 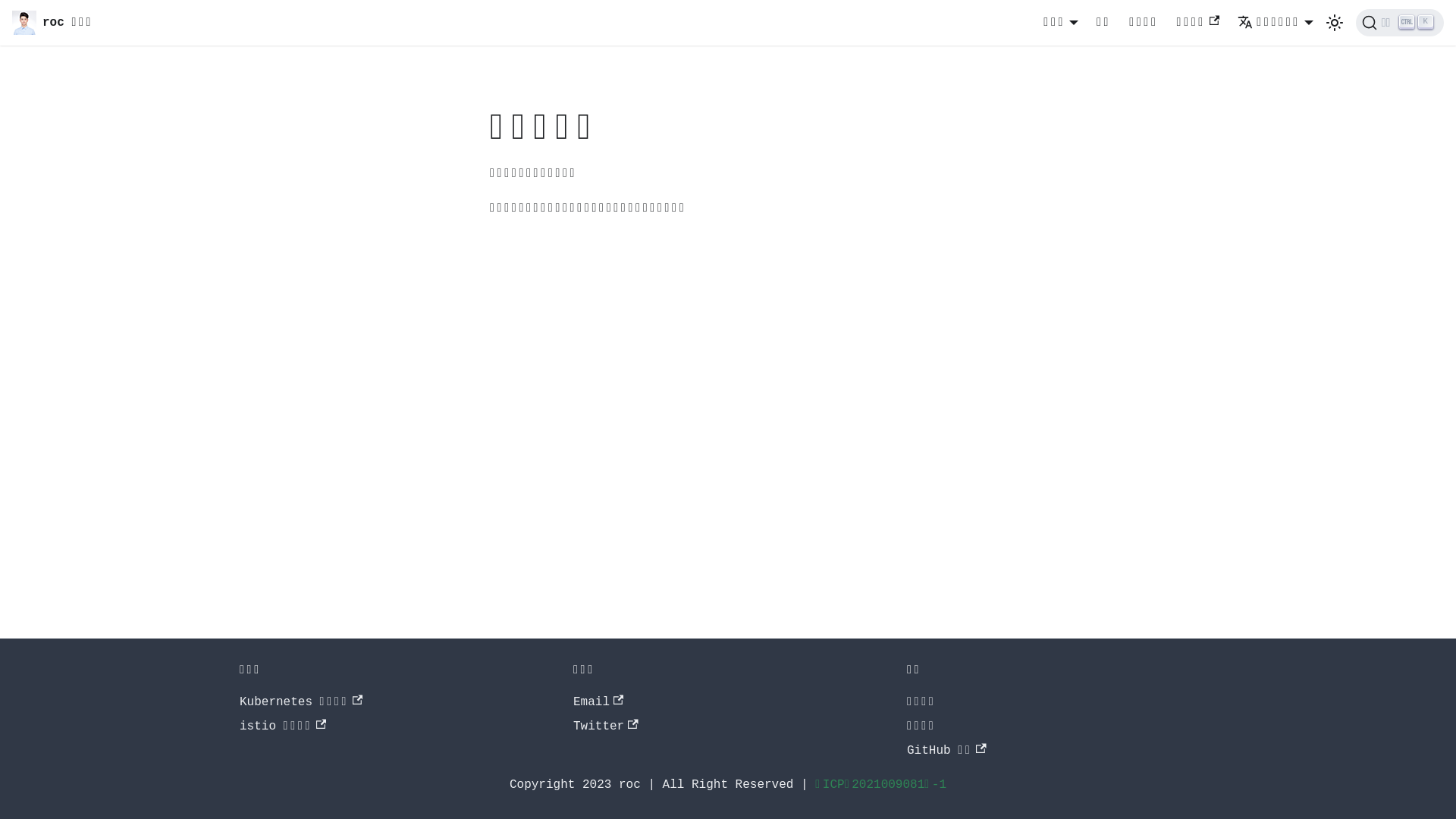 I want to click on 'Email', so click(x=597, y=701).